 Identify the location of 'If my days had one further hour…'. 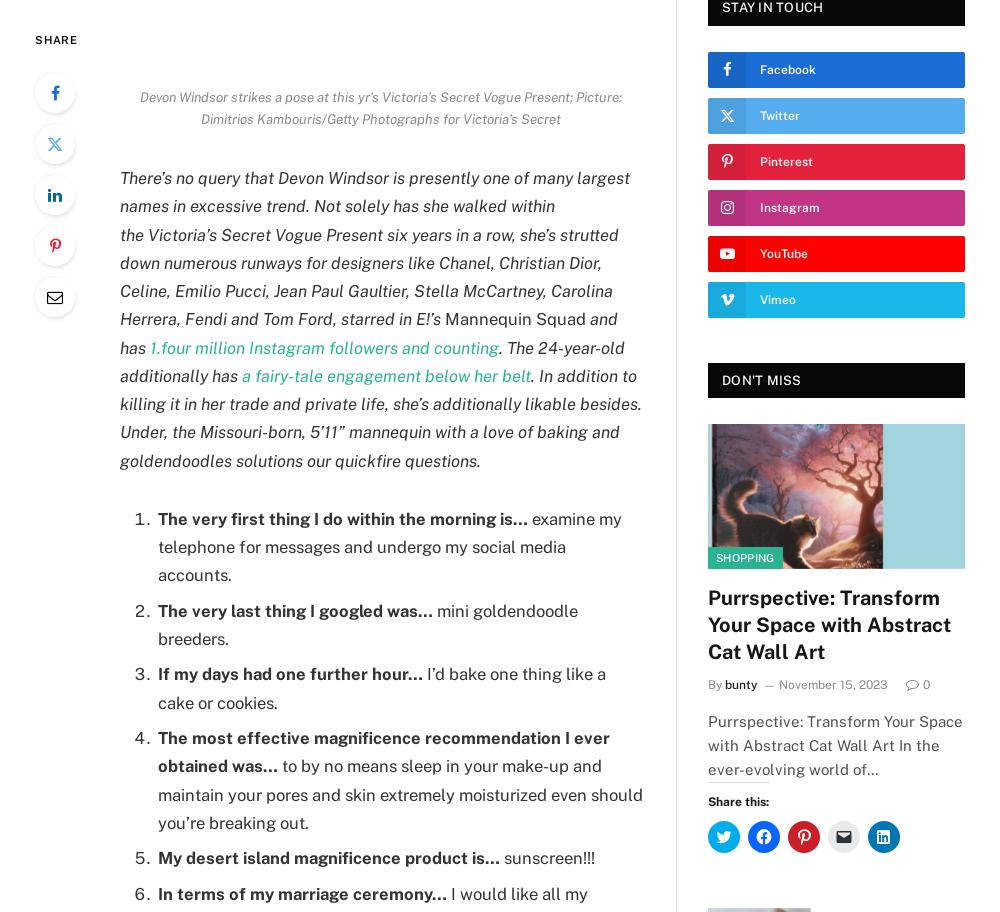
(290, 672).